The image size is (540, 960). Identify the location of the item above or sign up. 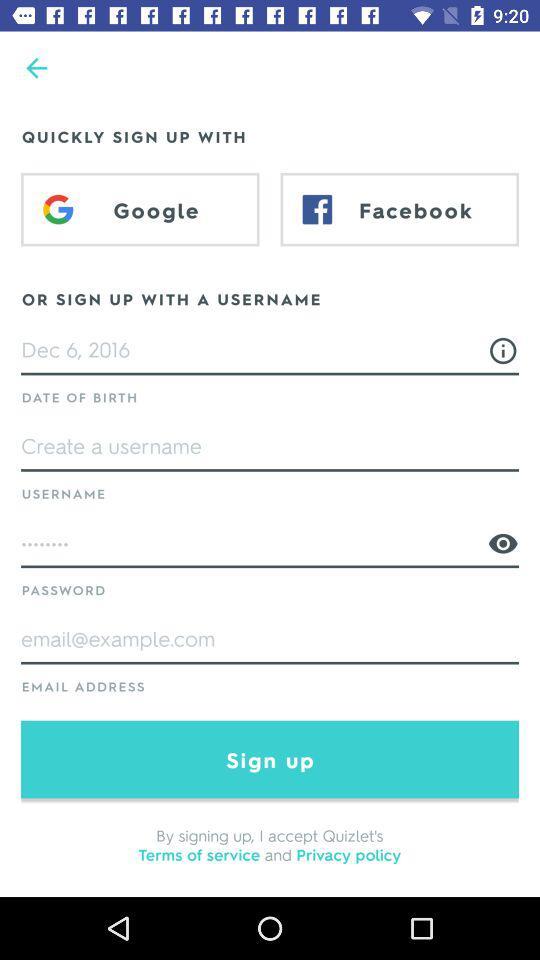
(399, 209).